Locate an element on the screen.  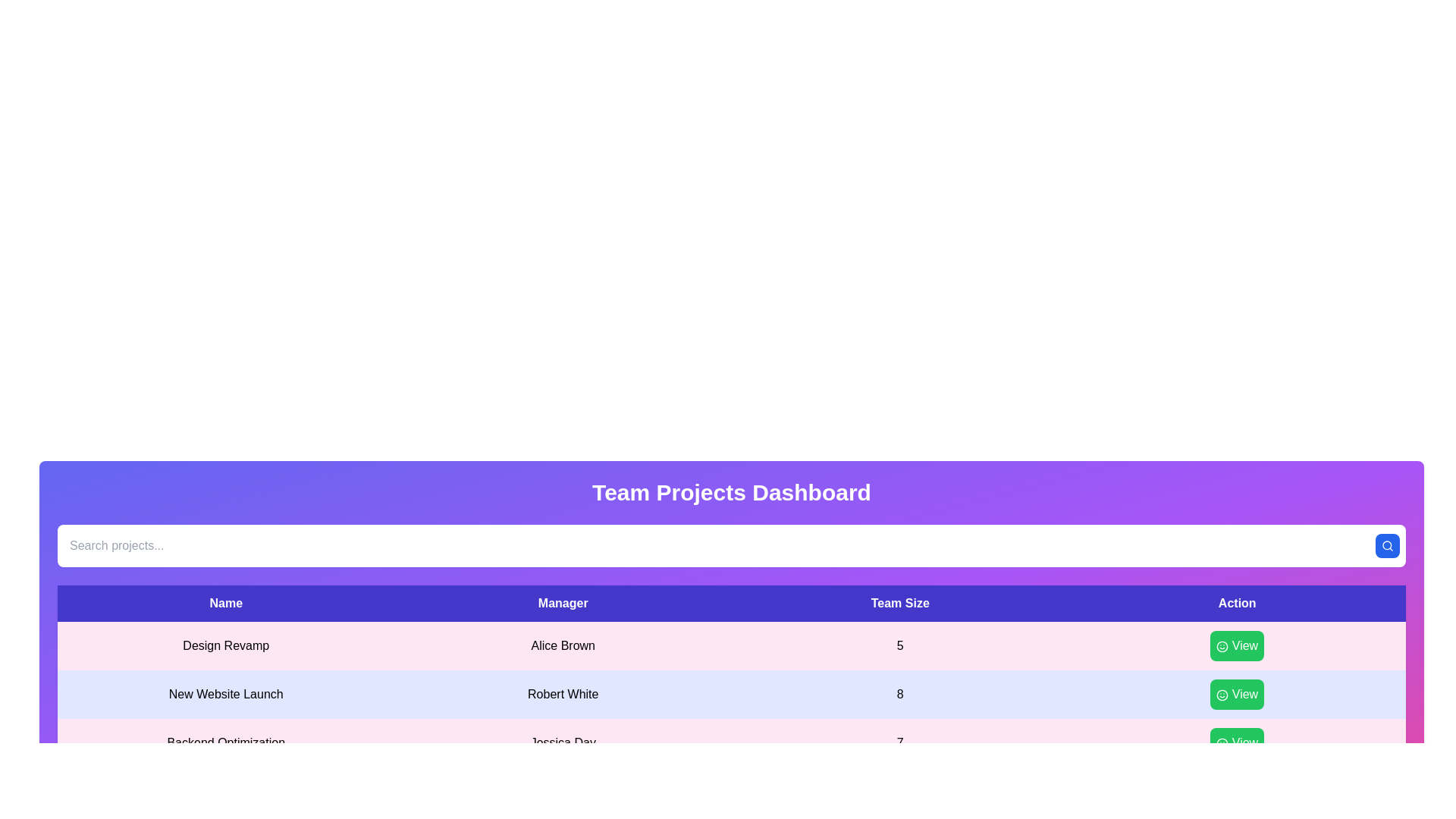
the button located in the second row of the 'Action' column within a table-like structure is located at coordinates (1237, 694).